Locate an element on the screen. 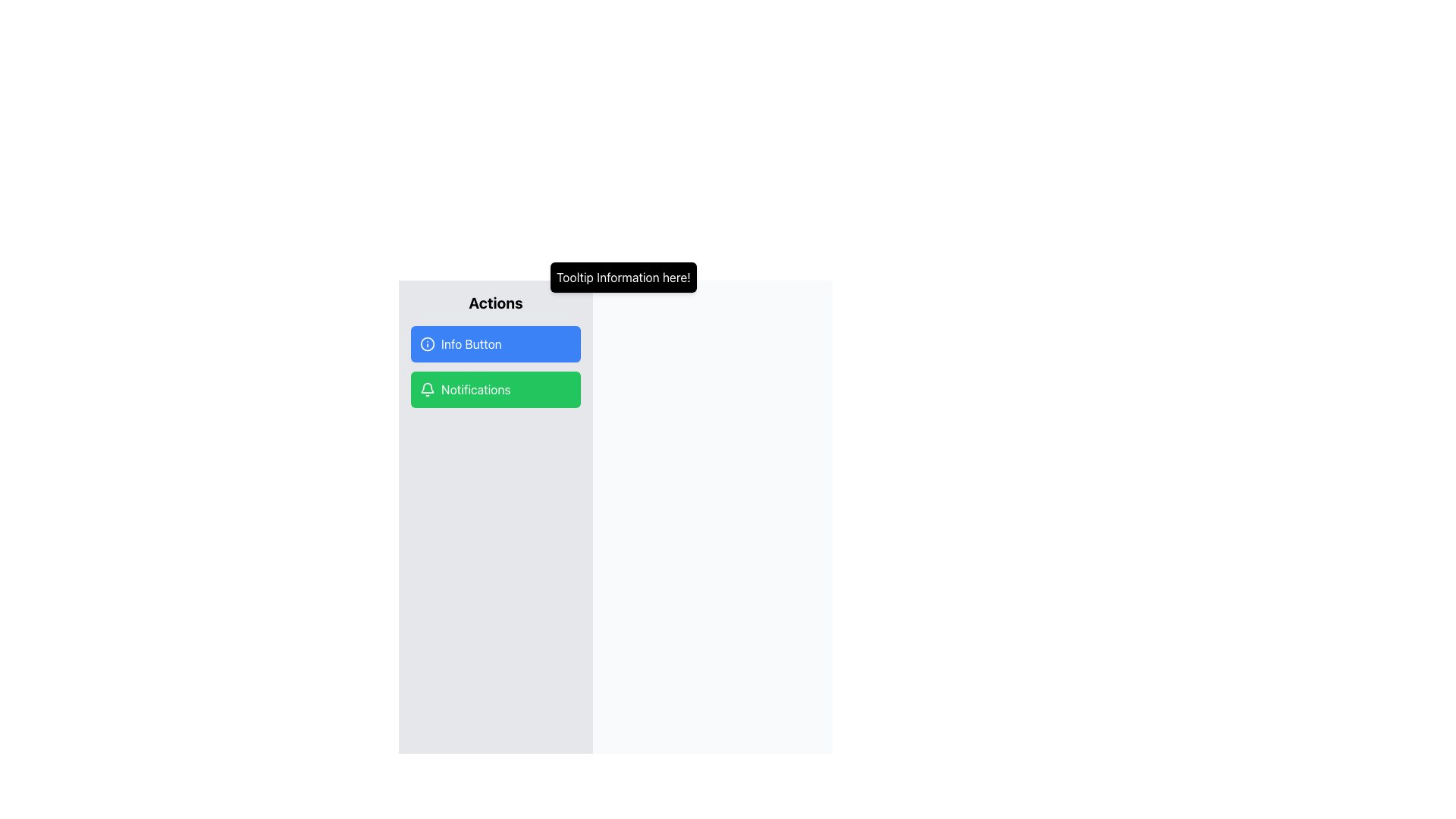  text from the header label positioned above the 'Info Button' and 'Notifications' elements is located at coordinates (495, 303).